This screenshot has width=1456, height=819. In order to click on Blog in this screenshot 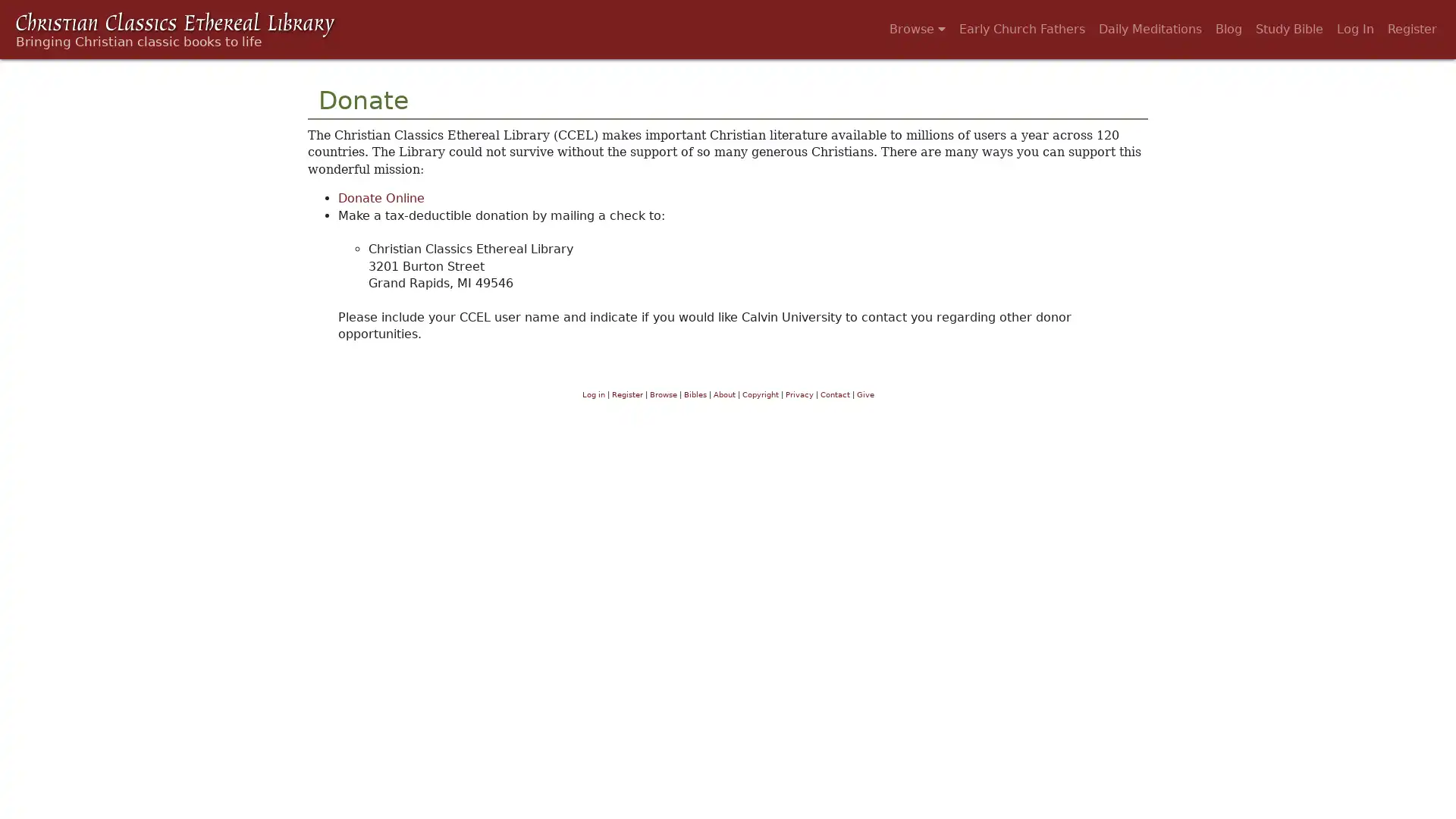, I will do `click(1228, 29)`.